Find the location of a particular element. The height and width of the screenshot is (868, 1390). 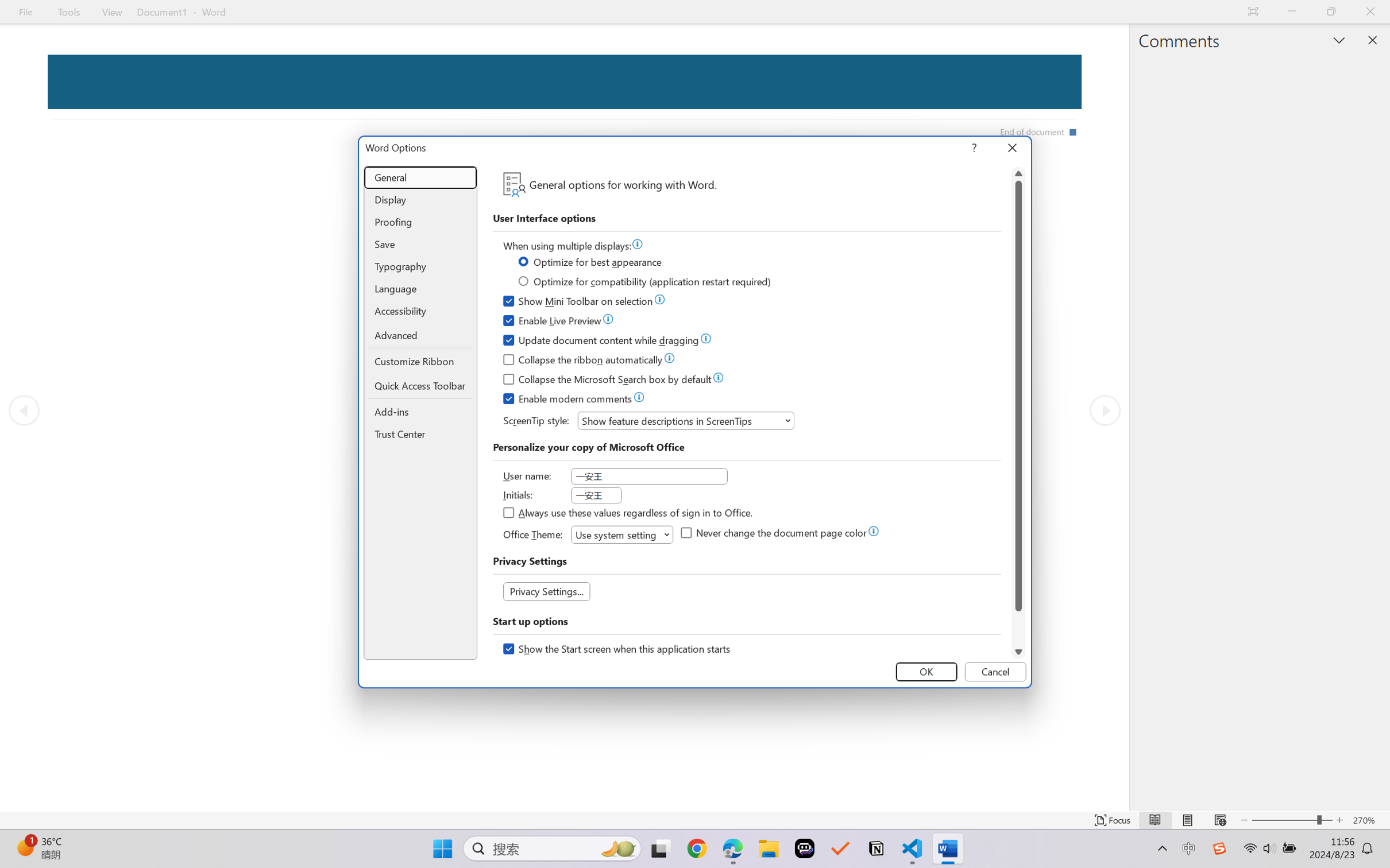

'Sign in - Google Accounts' is located at coordinates (87, 11).